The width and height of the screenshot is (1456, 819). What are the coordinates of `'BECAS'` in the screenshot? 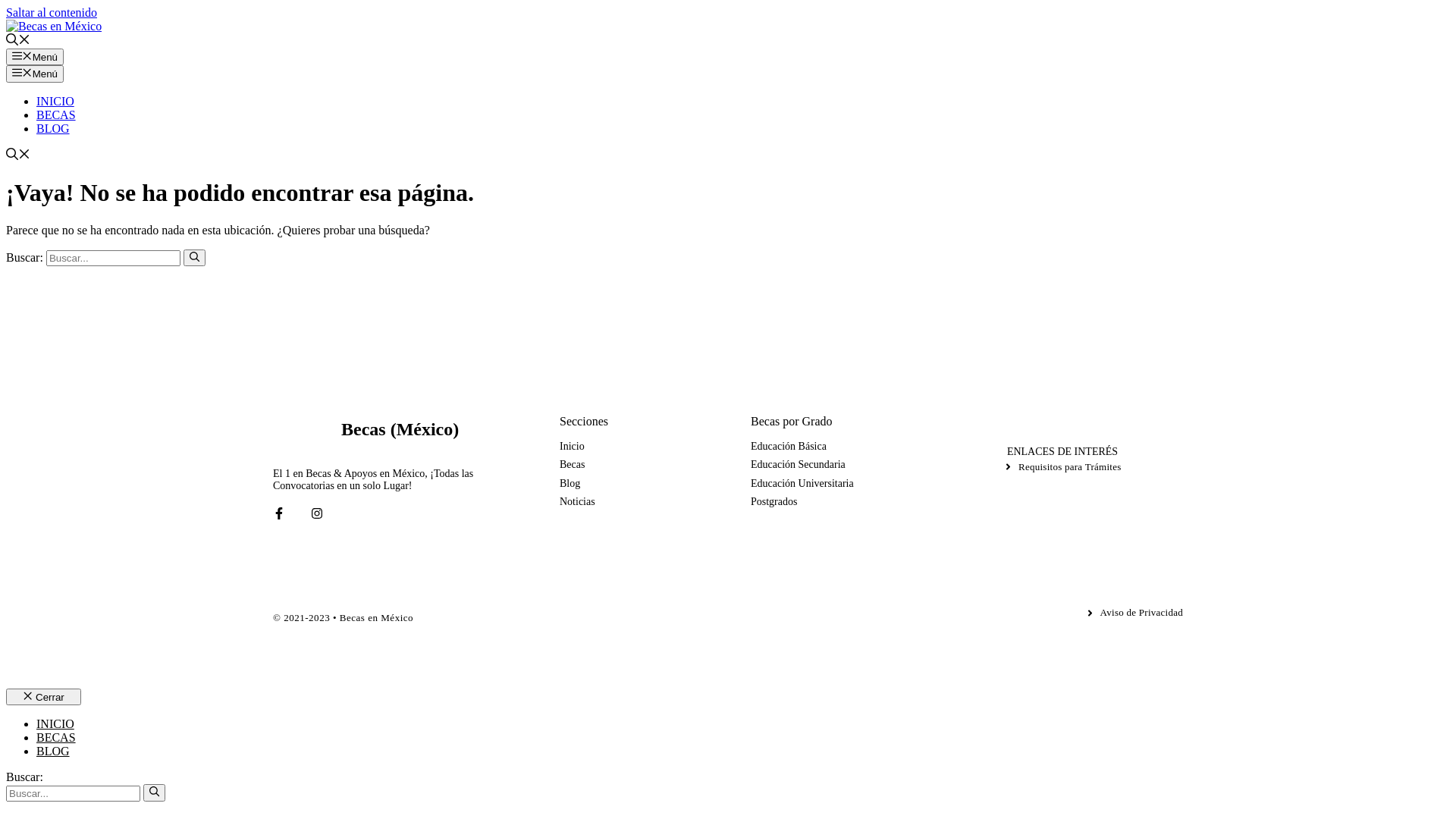 It's located at (55, 736).